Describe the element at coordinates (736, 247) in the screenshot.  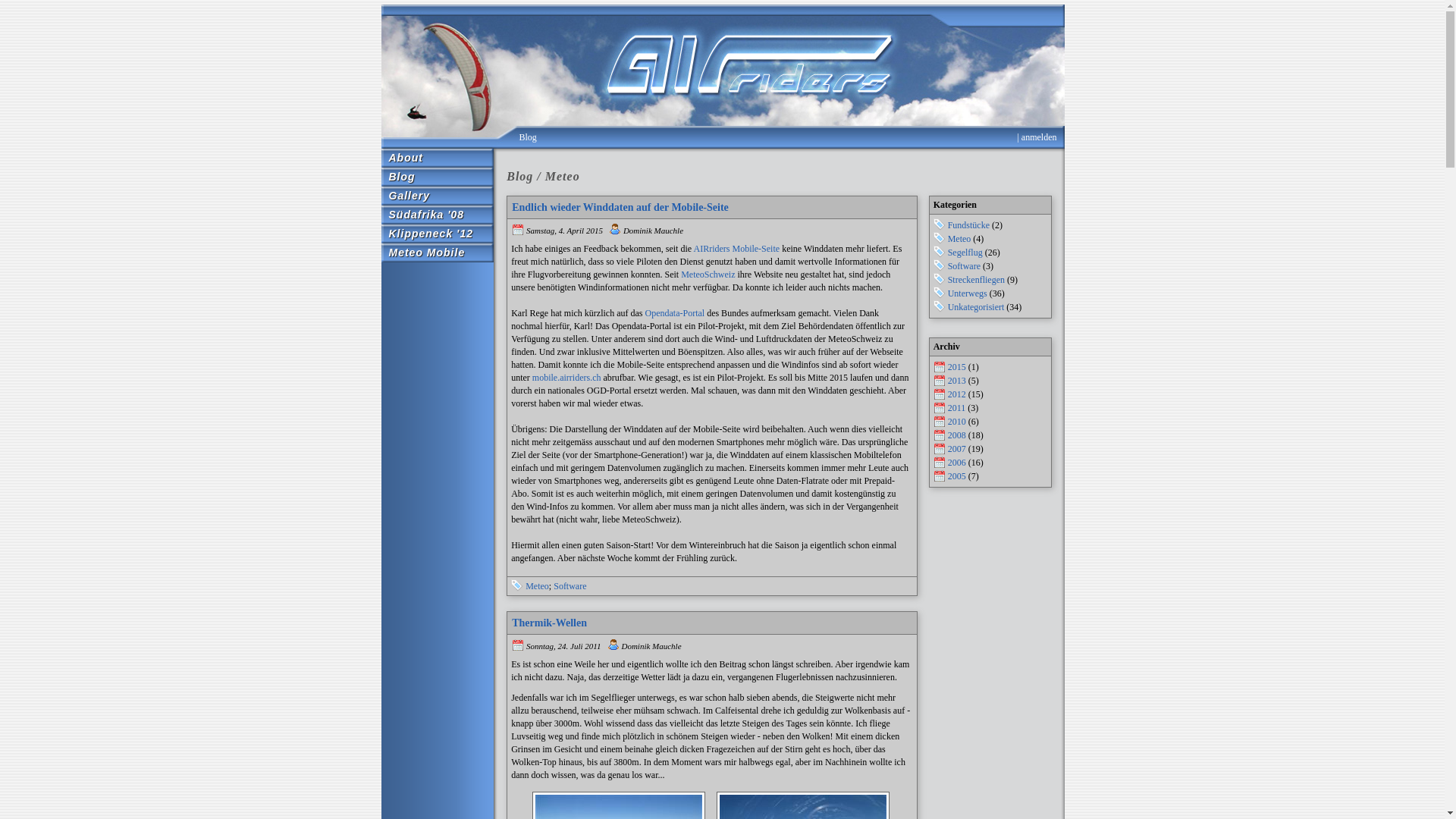
I see `'AIRriders Mobile-Seite'` at that location.